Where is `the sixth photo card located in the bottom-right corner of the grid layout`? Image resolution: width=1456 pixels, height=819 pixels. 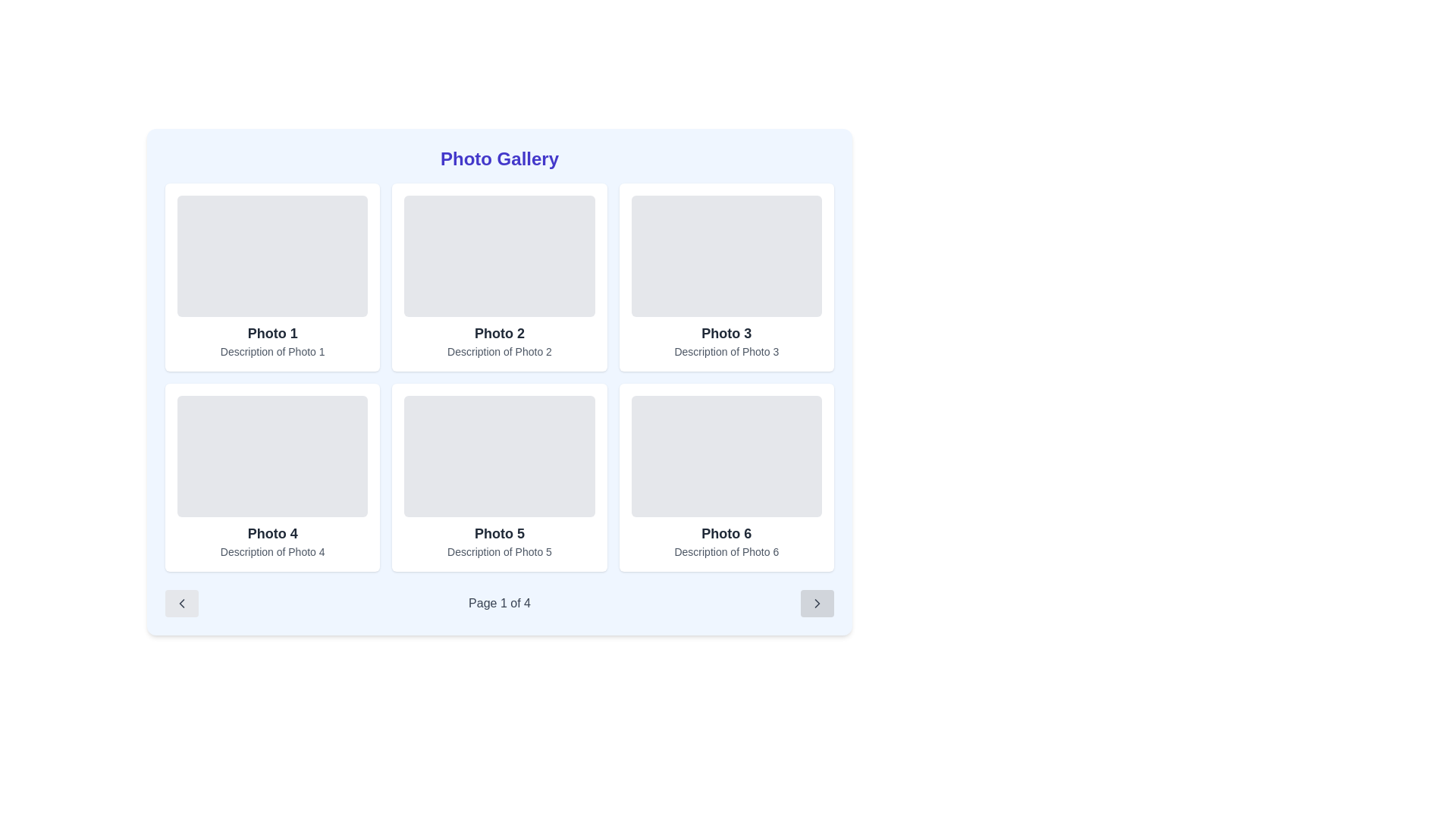
the sixth photo card located in the bottom-right corner of the grid layout is located at coordinates (726, 476).